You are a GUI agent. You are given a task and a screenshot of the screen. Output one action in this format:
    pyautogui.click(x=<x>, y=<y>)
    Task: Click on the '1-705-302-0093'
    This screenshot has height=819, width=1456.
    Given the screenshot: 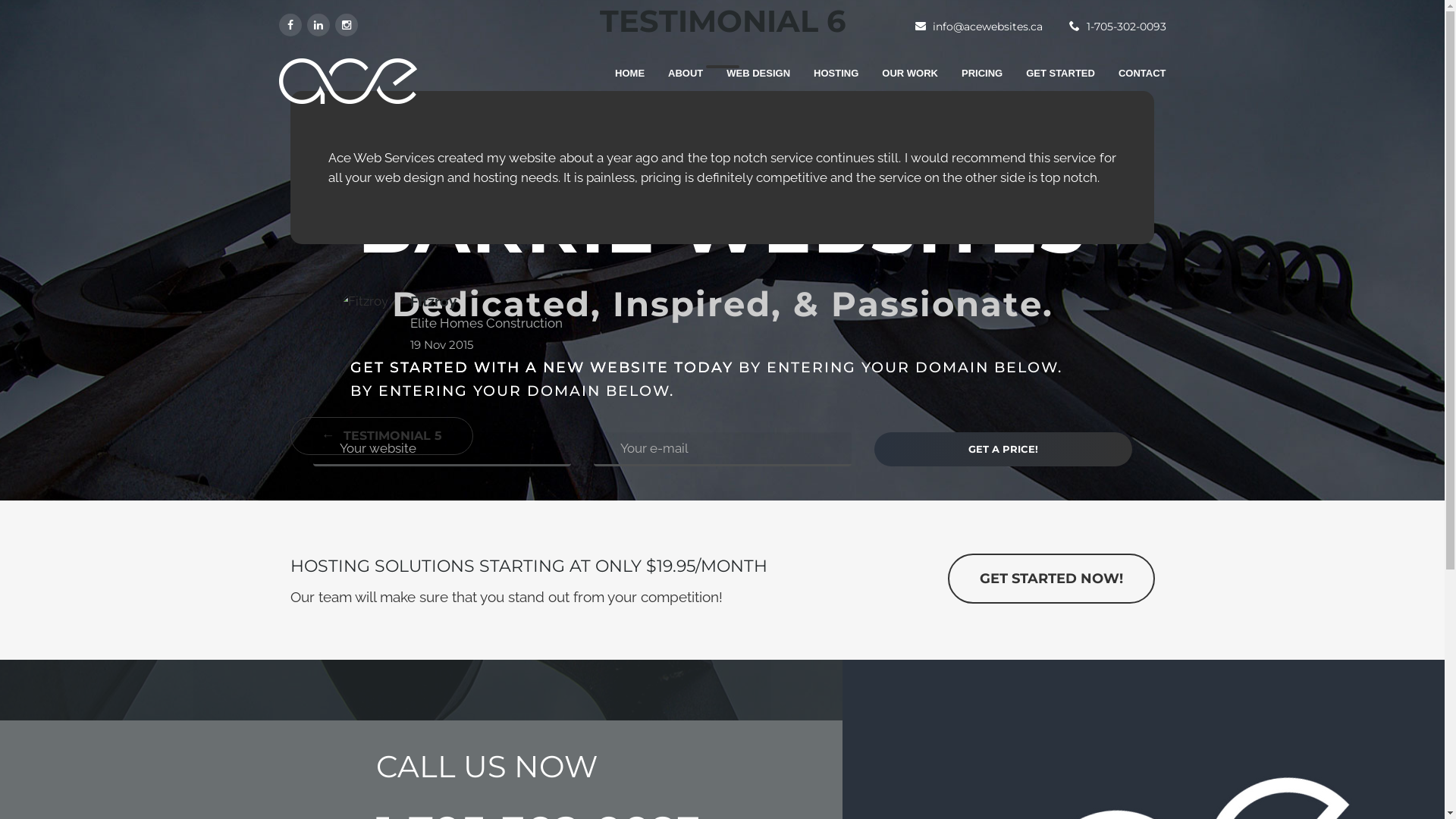 What is the action you would take?
    pyautogui.click(x=1084, y=26)
    